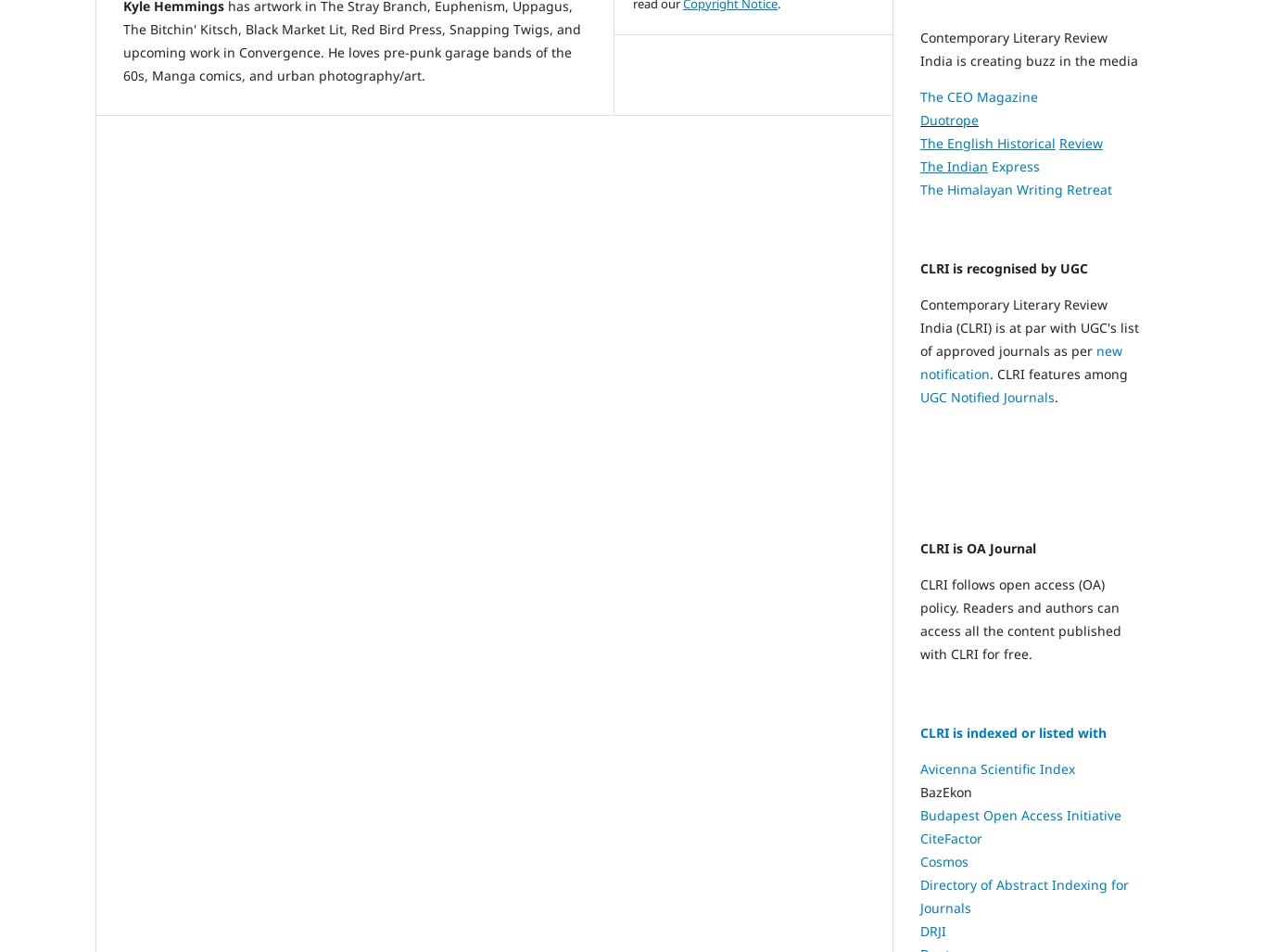 The height and width of the screenshot is (952, 1266). I want to click on 'CLRI is indexed or listed with', so click(1012, 731).